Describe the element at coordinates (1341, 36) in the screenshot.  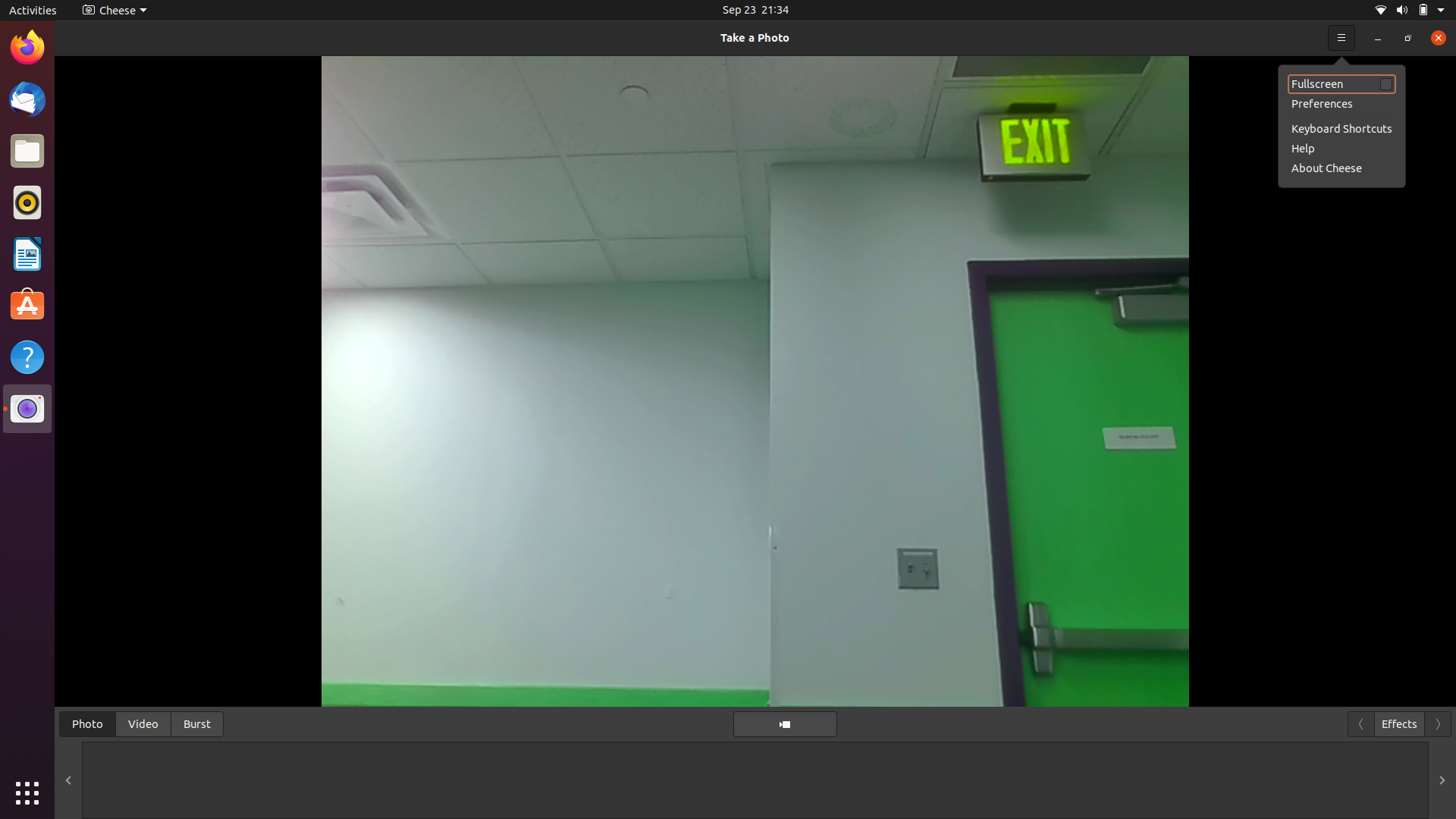
I see `See the camera in full screen view` at that location.